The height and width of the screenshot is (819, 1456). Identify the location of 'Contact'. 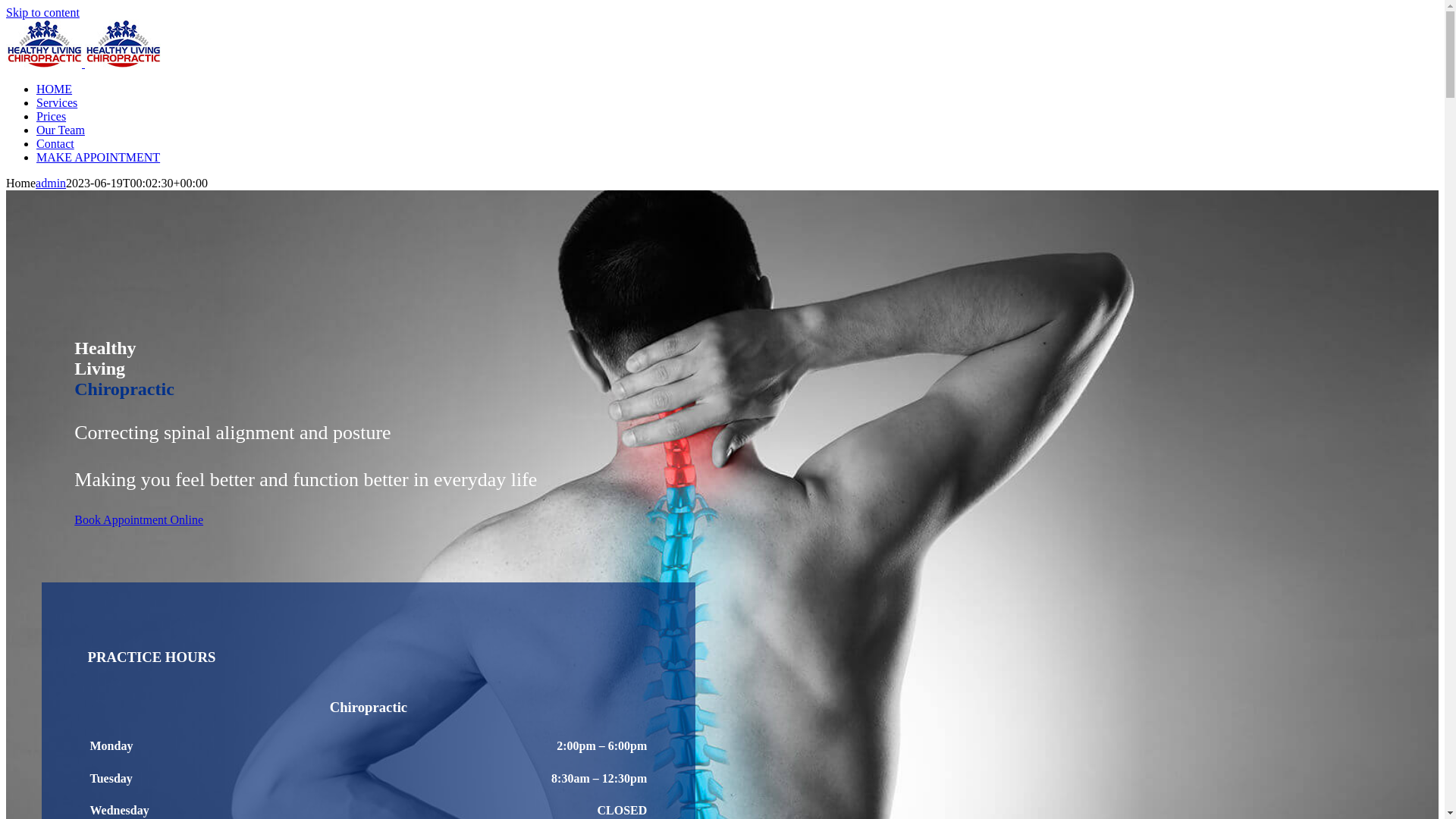
(55, 143).